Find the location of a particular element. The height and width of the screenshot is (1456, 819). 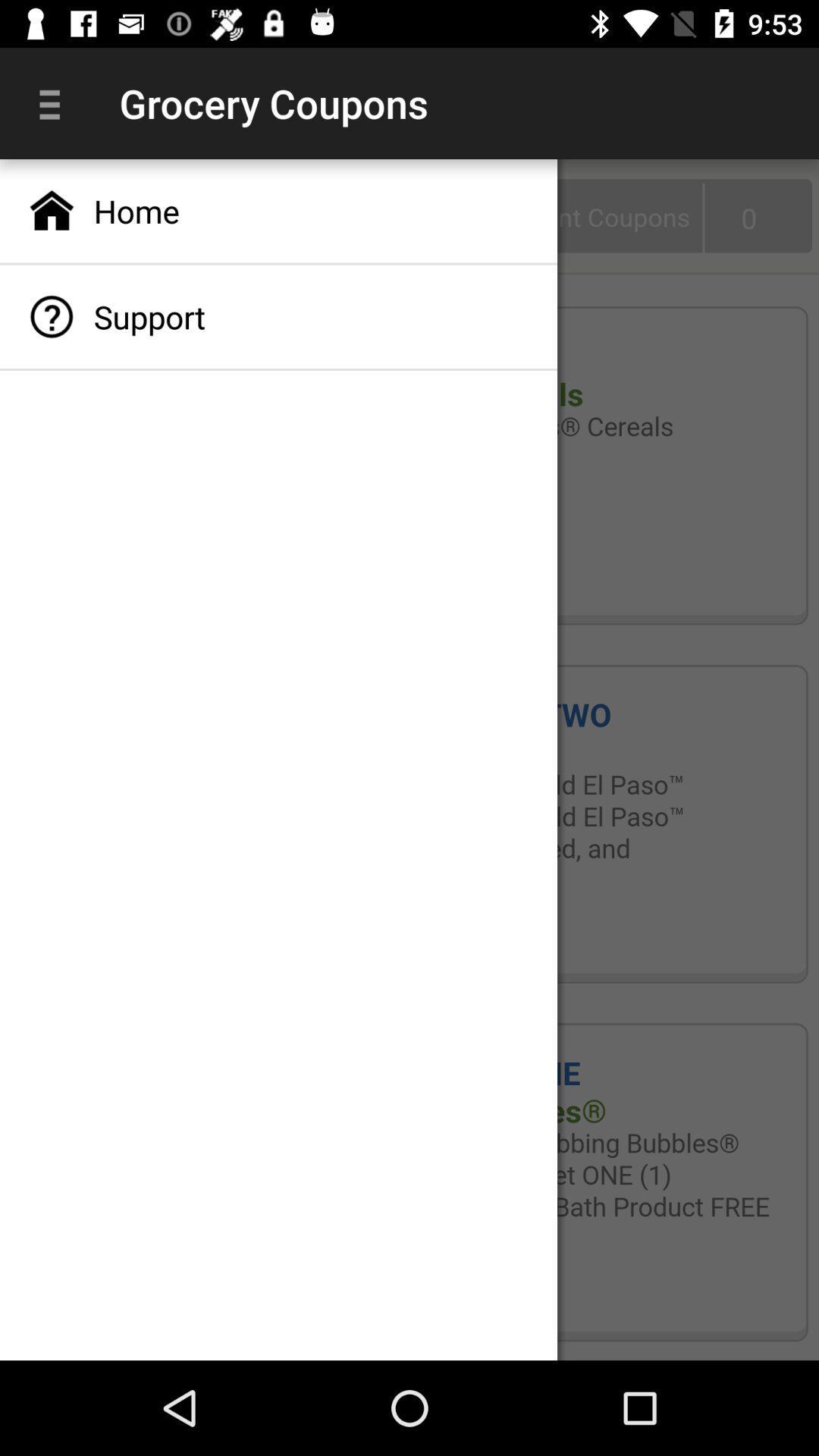

support icon is located at coordinates (278, 315).